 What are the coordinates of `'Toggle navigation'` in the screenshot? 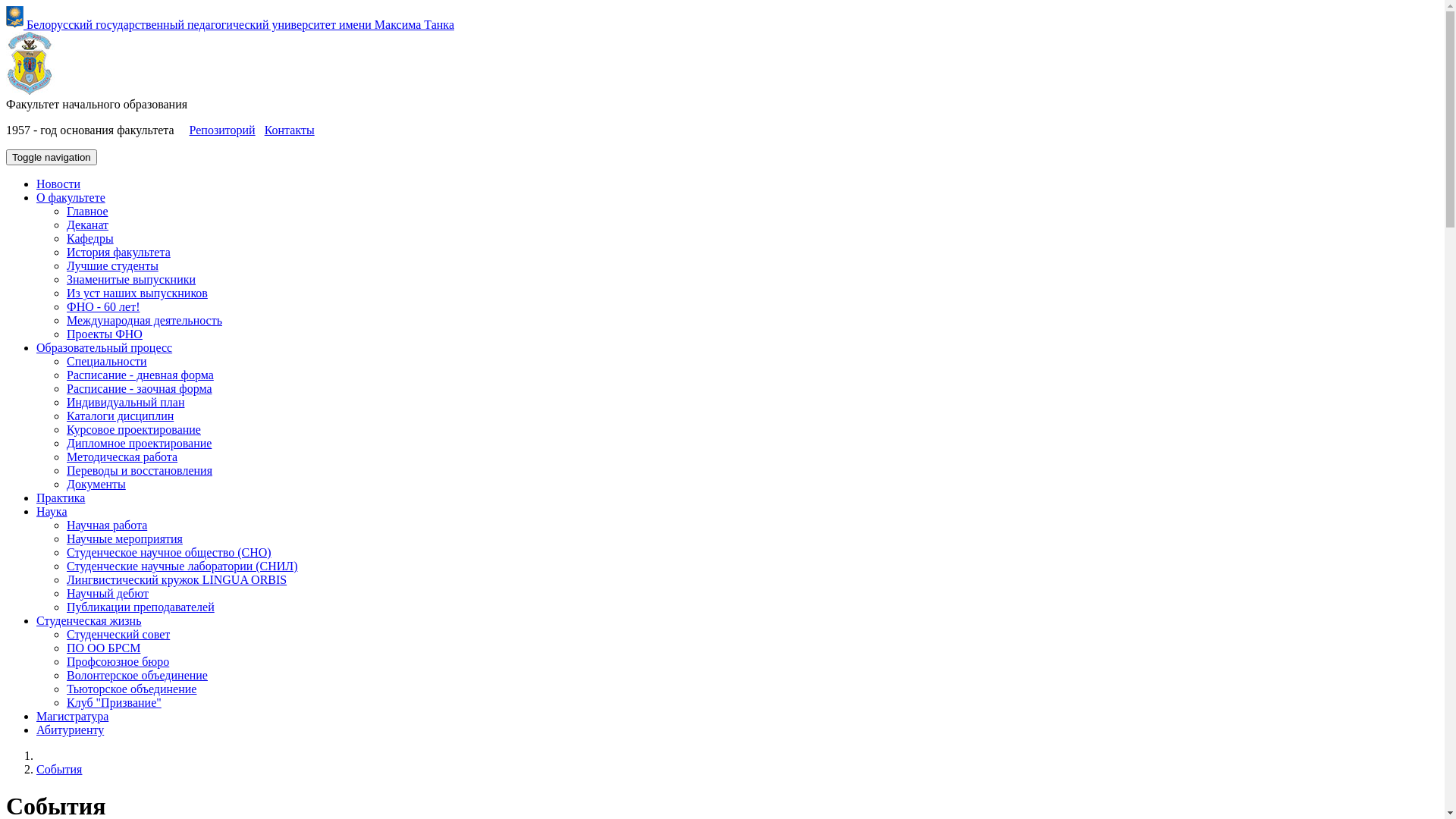 It's located at (51, 157).